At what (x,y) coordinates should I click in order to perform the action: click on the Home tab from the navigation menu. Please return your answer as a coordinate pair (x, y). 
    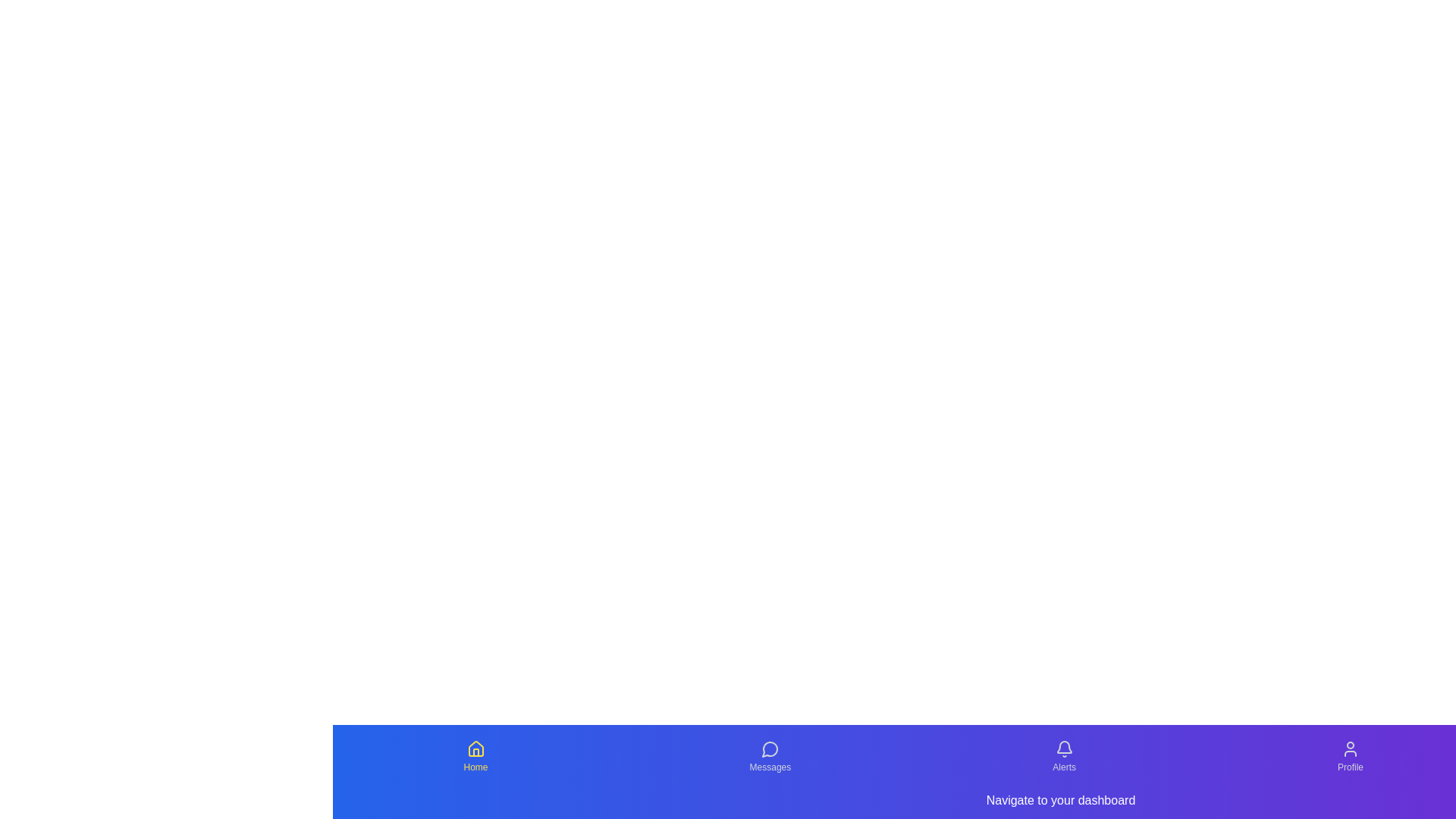
    Looking at the image, I should click on (475, 757).